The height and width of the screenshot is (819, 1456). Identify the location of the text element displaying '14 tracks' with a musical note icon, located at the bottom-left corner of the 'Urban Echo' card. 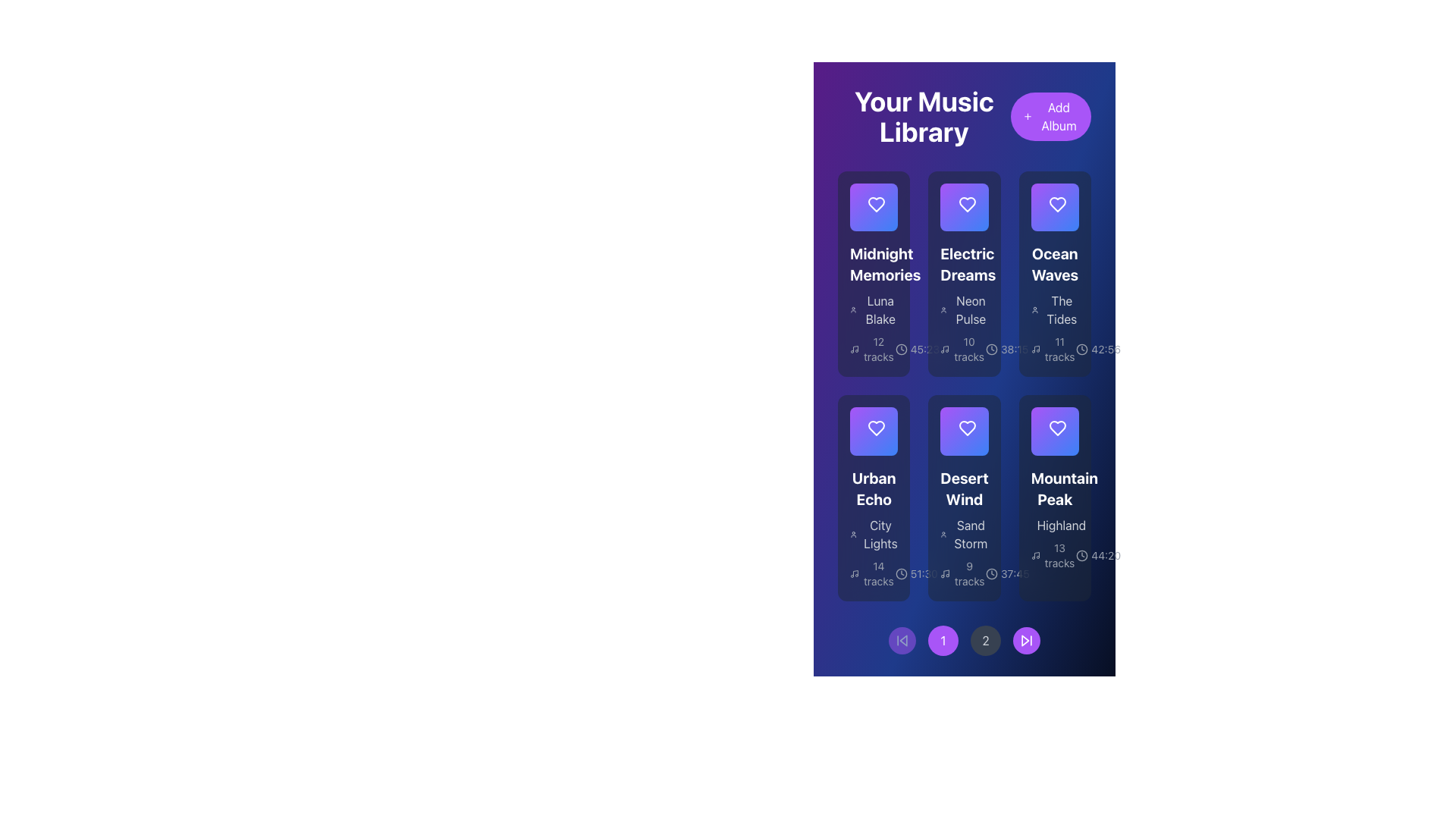
(872, 573).